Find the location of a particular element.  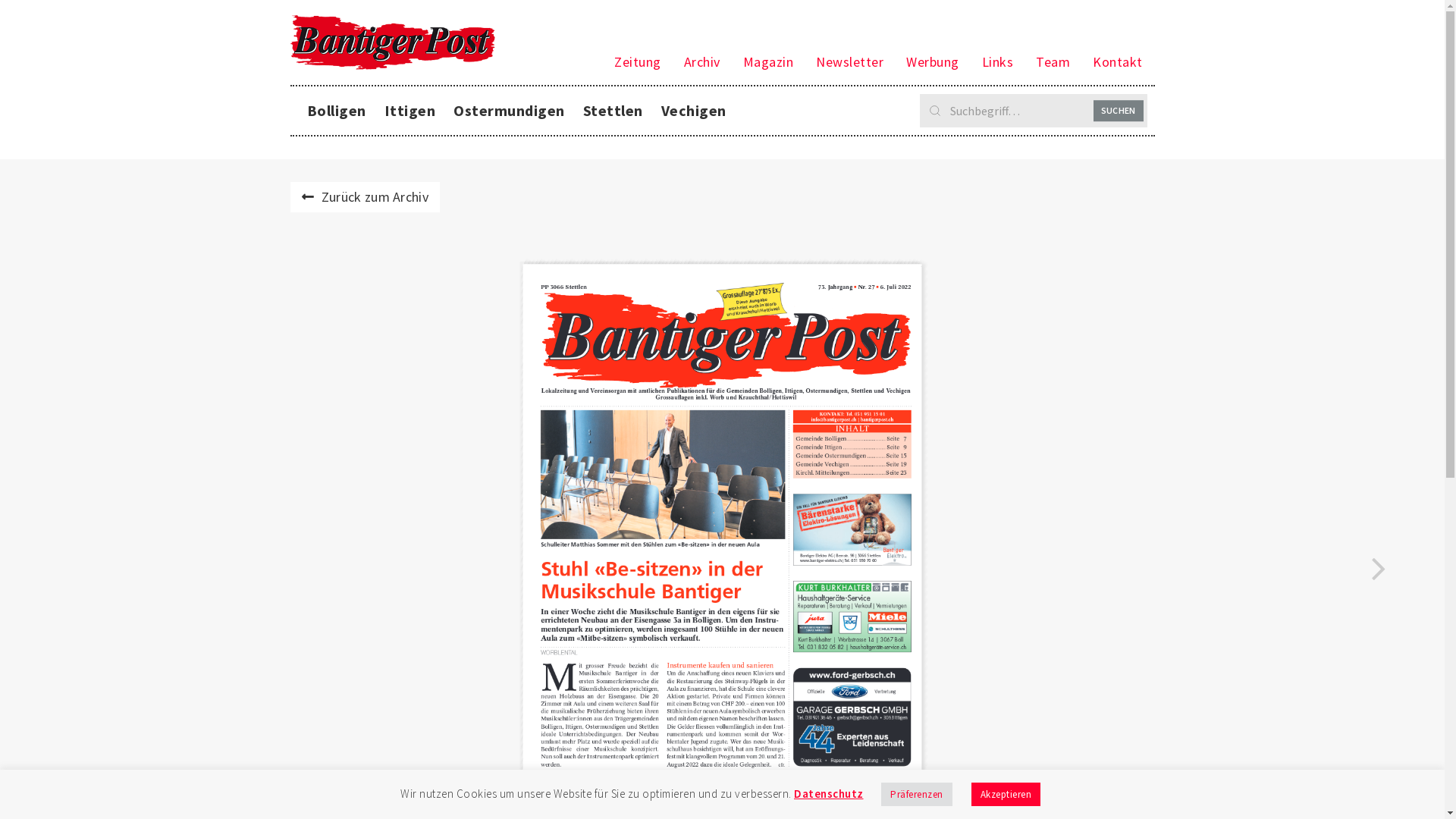

'Newsletter' is located at coordinates (849, 61).